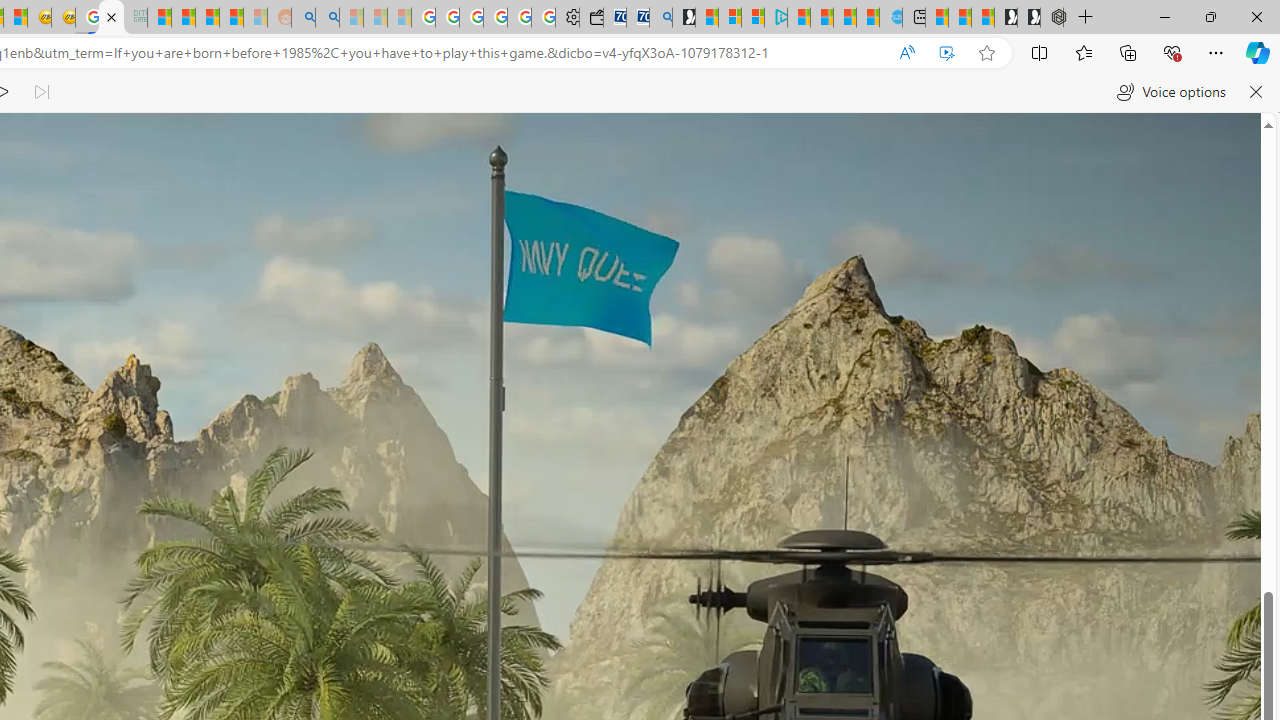 The height and width of the screenshot is (720, 1280). I want to click on 'Enhance video', so click(945, 52).